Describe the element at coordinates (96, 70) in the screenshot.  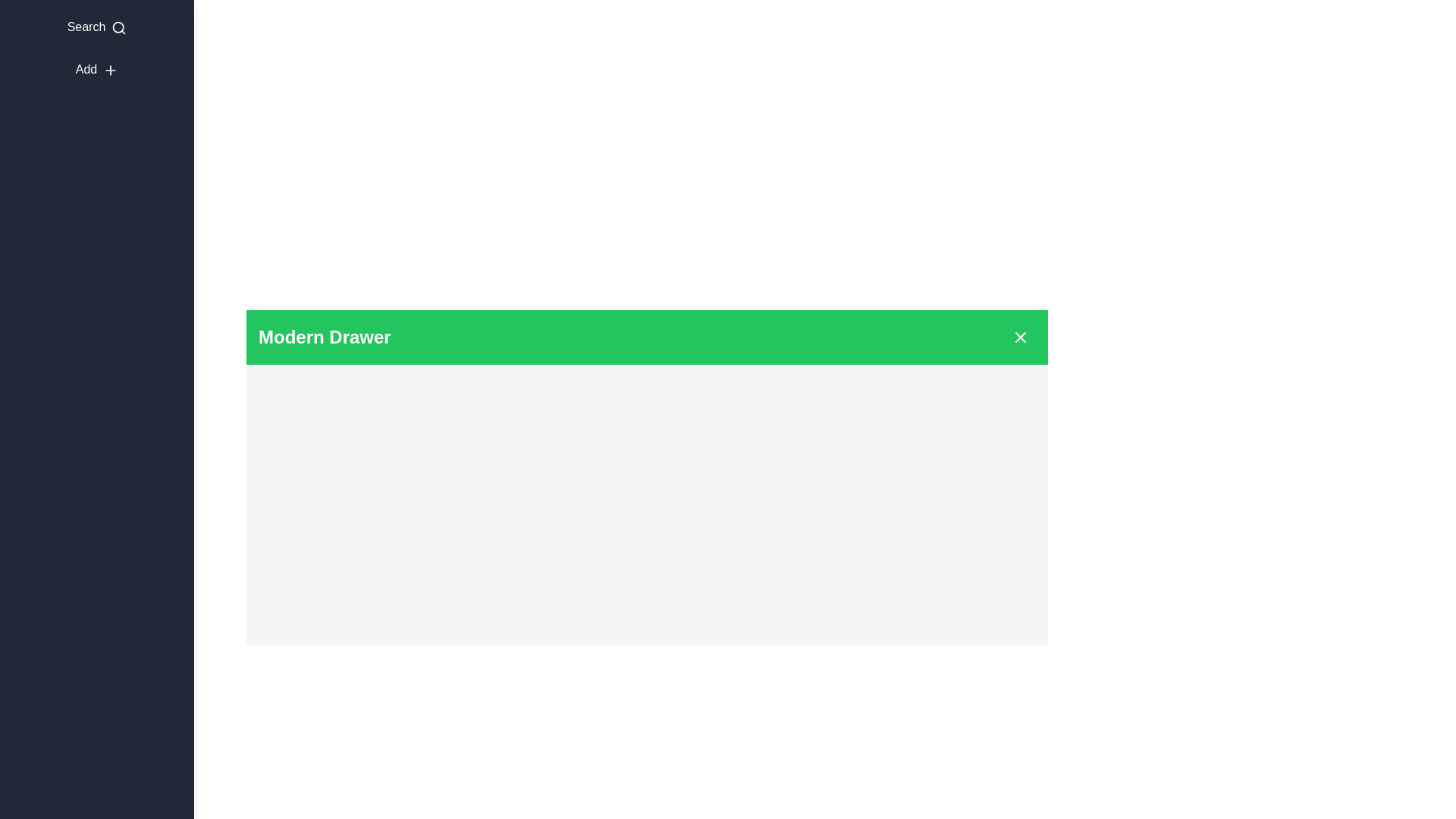
I see `the 'Add' button located below the 'Search' button in the top-left section of the interface` at that location.